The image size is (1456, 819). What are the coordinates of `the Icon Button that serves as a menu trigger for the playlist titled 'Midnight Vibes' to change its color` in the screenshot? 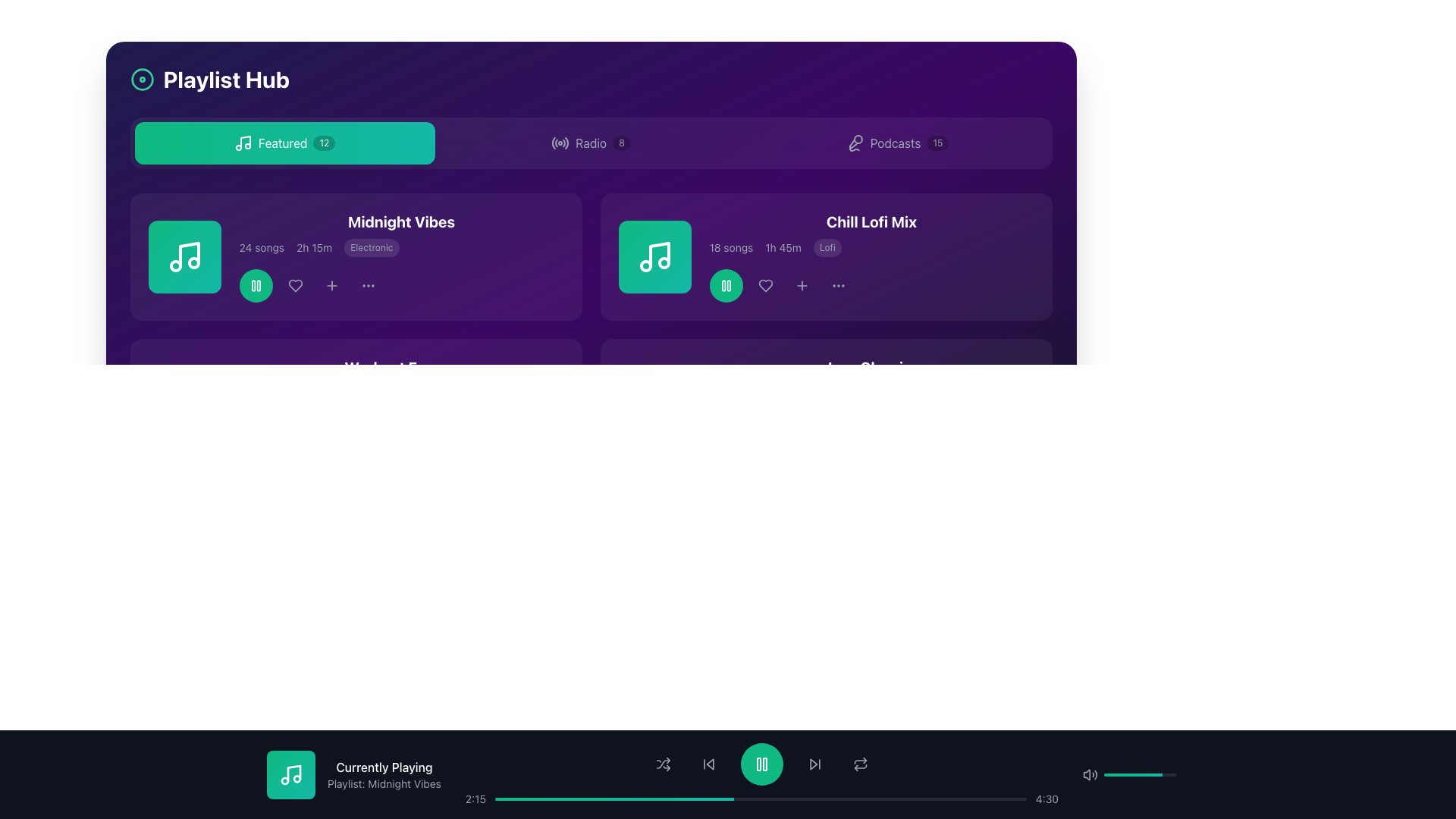 It's located at (368, 286).